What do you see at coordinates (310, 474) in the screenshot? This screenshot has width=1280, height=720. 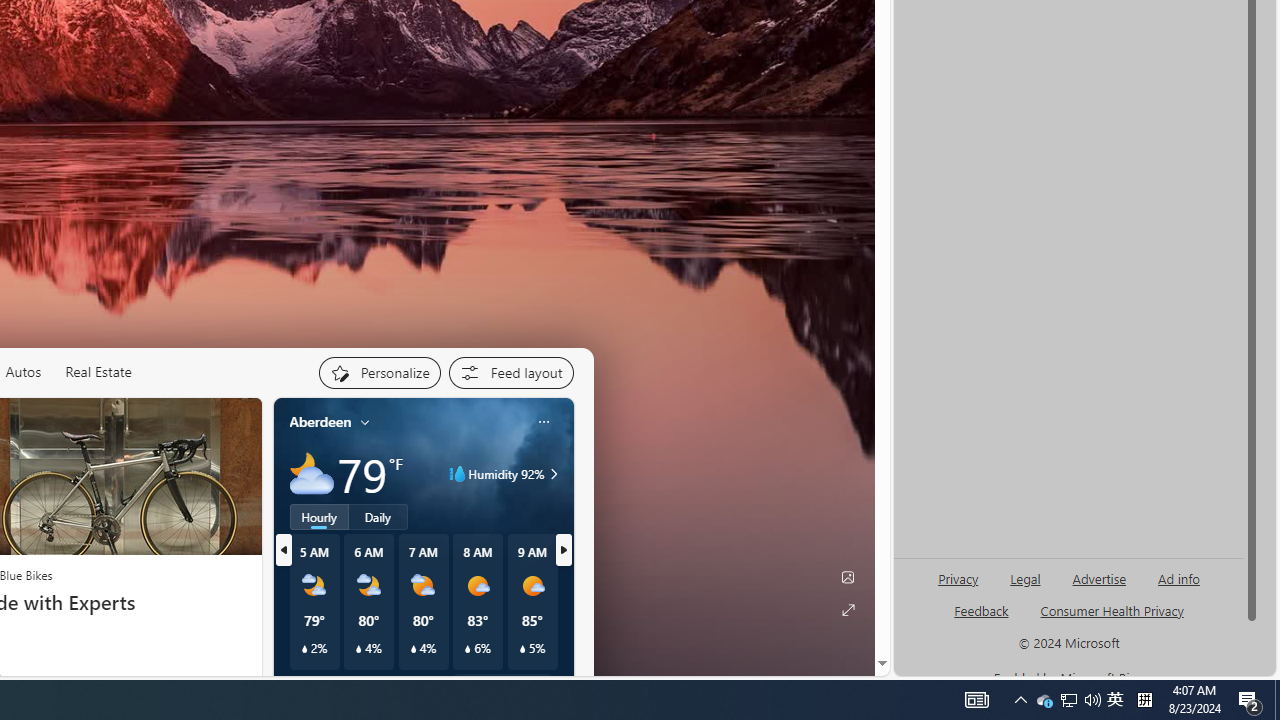 I see `'Mostly cloudy'` at bounding box center [310, 474].